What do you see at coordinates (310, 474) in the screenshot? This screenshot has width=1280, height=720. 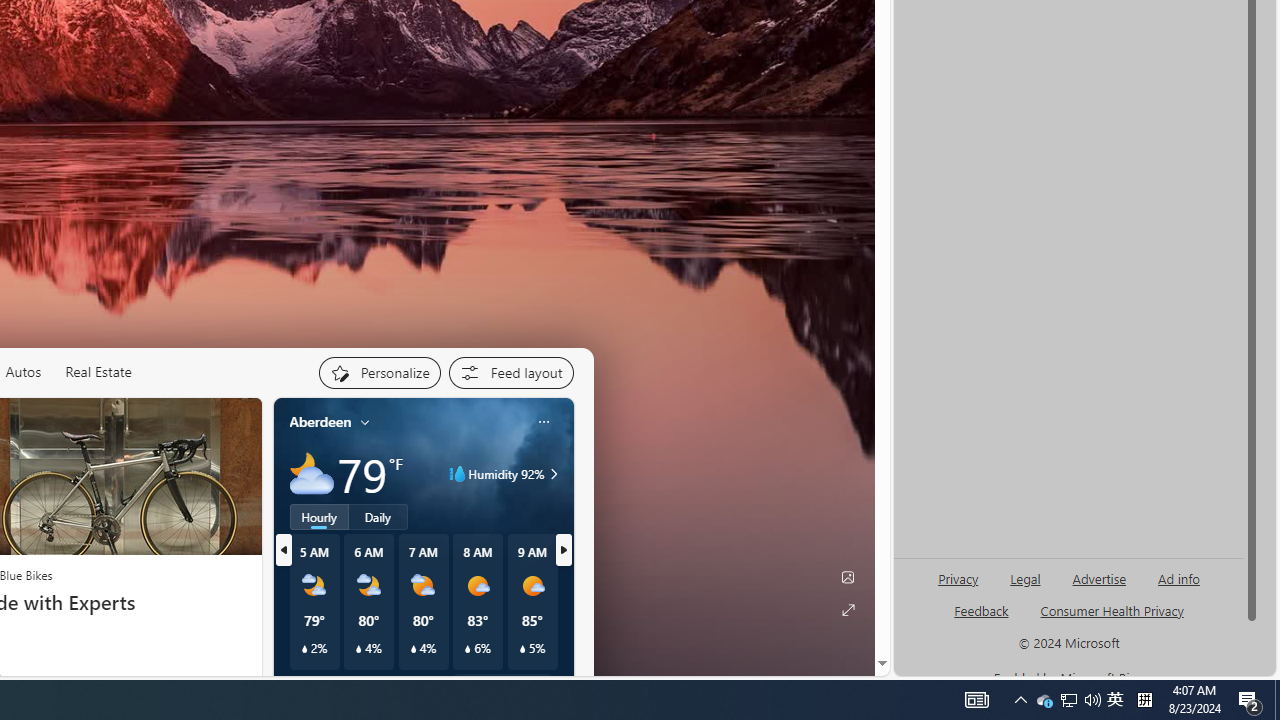 I see `'Mostly cloudy'` at bounding box center [310, 474].